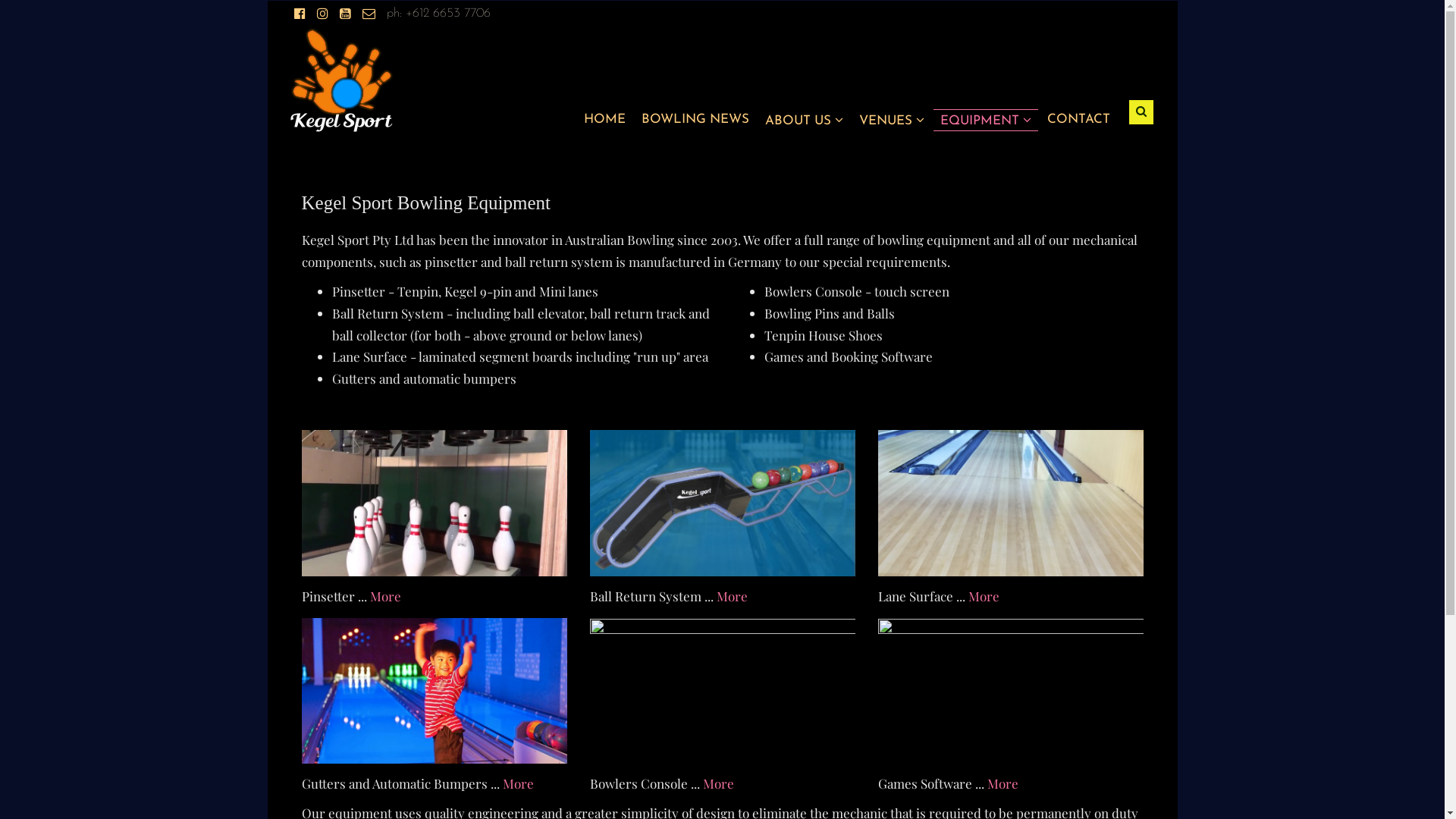 Image resolution: width=1456 pixels, height=819 pixels. What do you see at coordinates (983, 595) in the screenshot?
I see `'More'` at bounding box center [983, 595].